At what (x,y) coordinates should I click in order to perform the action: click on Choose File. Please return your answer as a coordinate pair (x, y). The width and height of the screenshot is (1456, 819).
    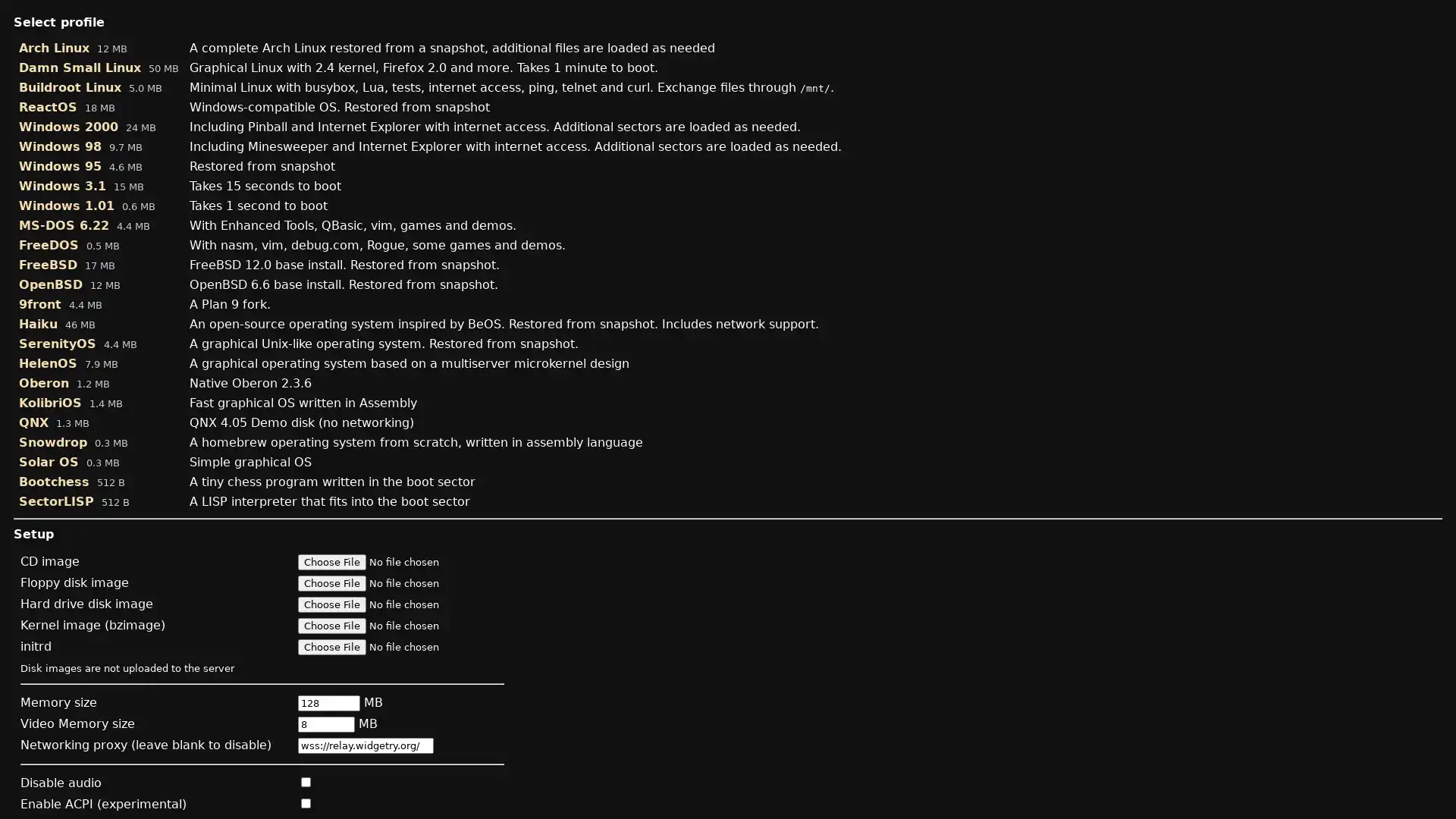
    Looking at the image, I should click on (331, 604).